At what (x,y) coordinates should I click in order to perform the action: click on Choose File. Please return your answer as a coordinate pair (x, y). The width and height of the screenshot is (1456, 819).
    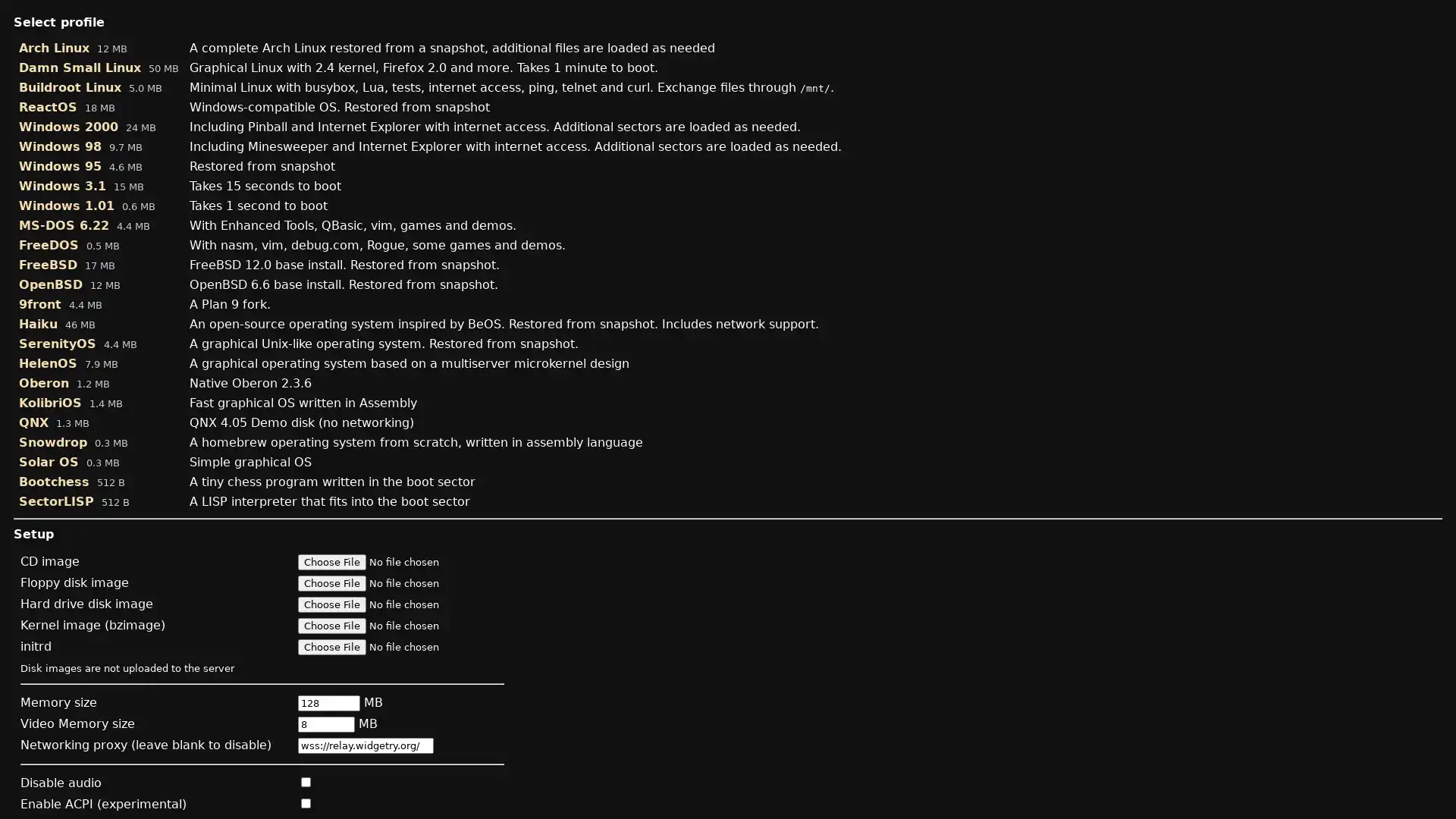
    Looking at the image, I should click on (331, 604).